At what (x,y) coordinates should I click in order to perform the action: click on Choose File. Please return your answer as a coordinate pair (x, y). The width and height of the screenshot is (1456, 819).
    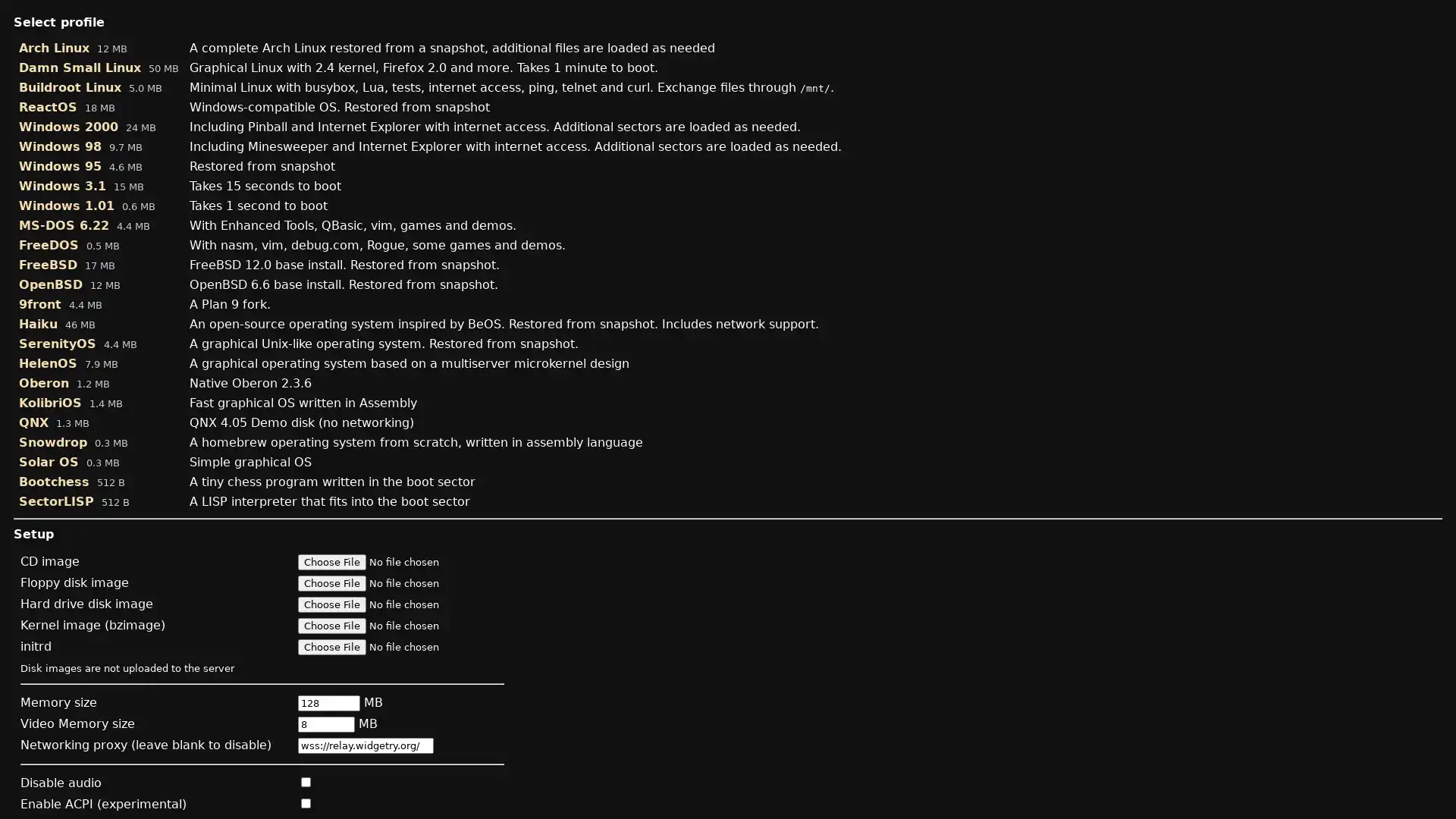
    Looking at the image, I should click on (331, 604).